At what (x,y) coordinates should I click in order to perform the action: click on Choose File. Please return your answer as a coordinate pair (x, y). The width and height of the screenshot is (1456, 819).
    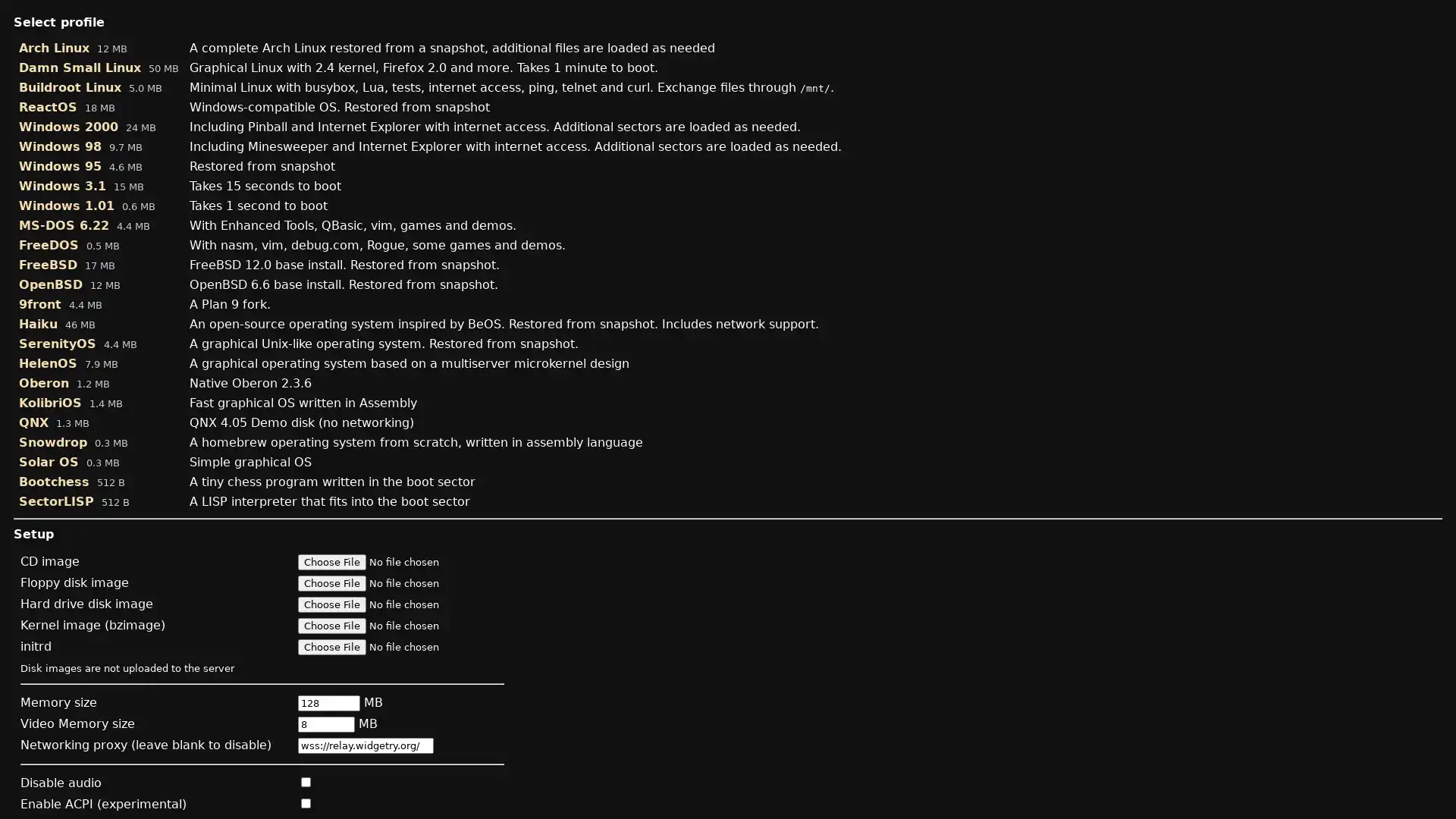
    Looking at the image, I should click on (331, 604).